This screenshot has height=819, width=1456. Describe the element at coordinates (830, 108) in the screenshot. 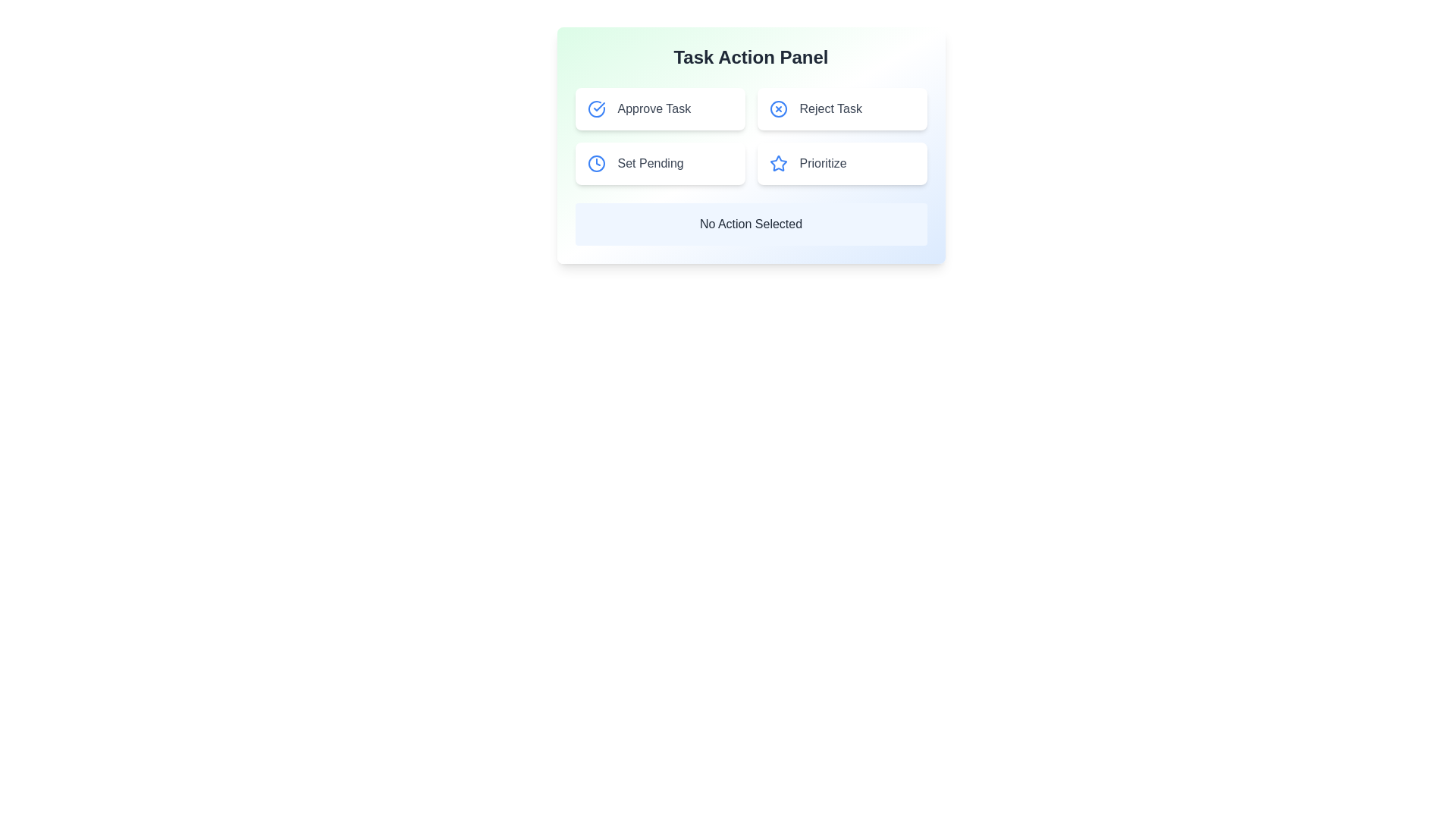

I see `the 'Reject Task' text label, which is styled in medium font weight and gray color, located in the top-right slot of a grid of buttons` at that location.